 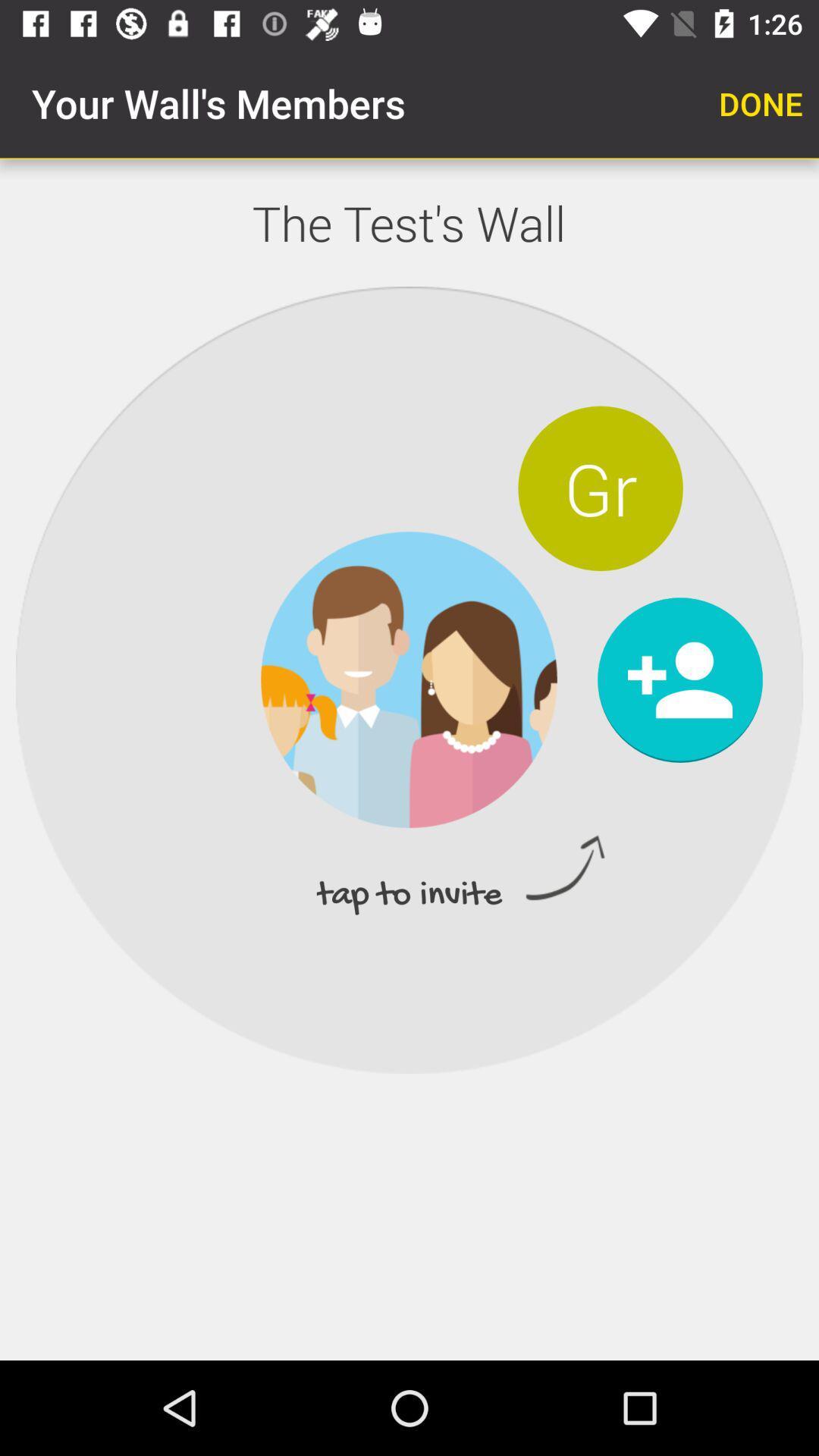 What do you see at coordinates (679, 679) in the screenshot?
I see `family member` at bounding box center [679, 679].